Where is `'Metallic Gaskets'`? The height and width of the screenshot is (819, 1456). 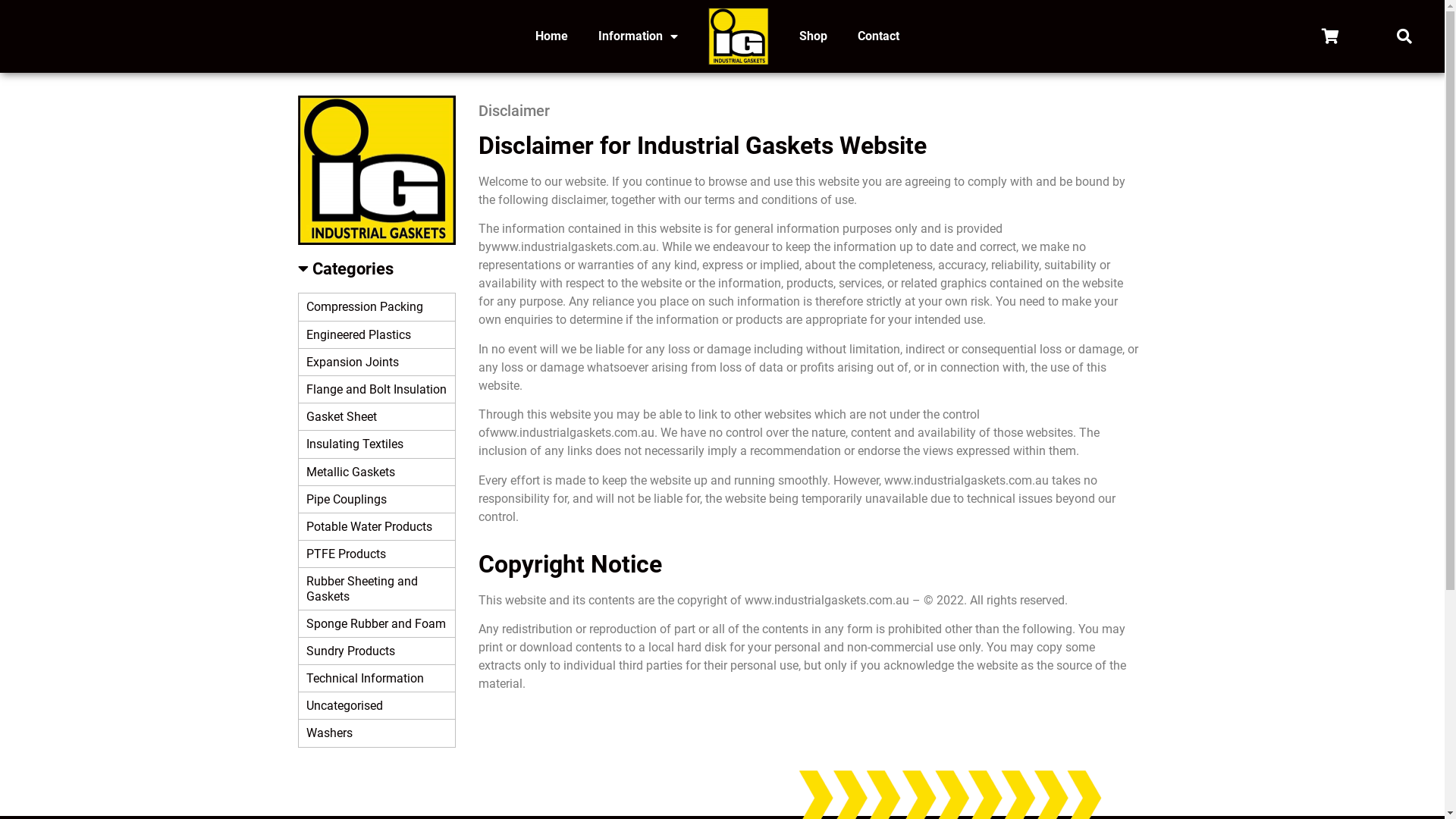 'Metallic Gaskets' is located at coordinates (377, 472).